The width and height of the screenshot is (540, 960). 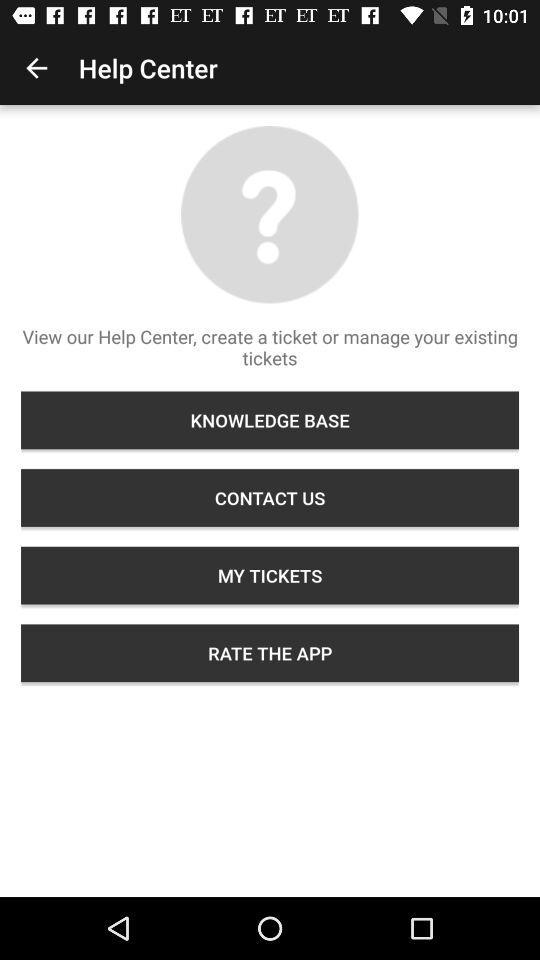 What do you see at coordinates (270, 496) in the screenshot?
I see `the icon below the knowledge base icon` at bounding box center [270, 496].